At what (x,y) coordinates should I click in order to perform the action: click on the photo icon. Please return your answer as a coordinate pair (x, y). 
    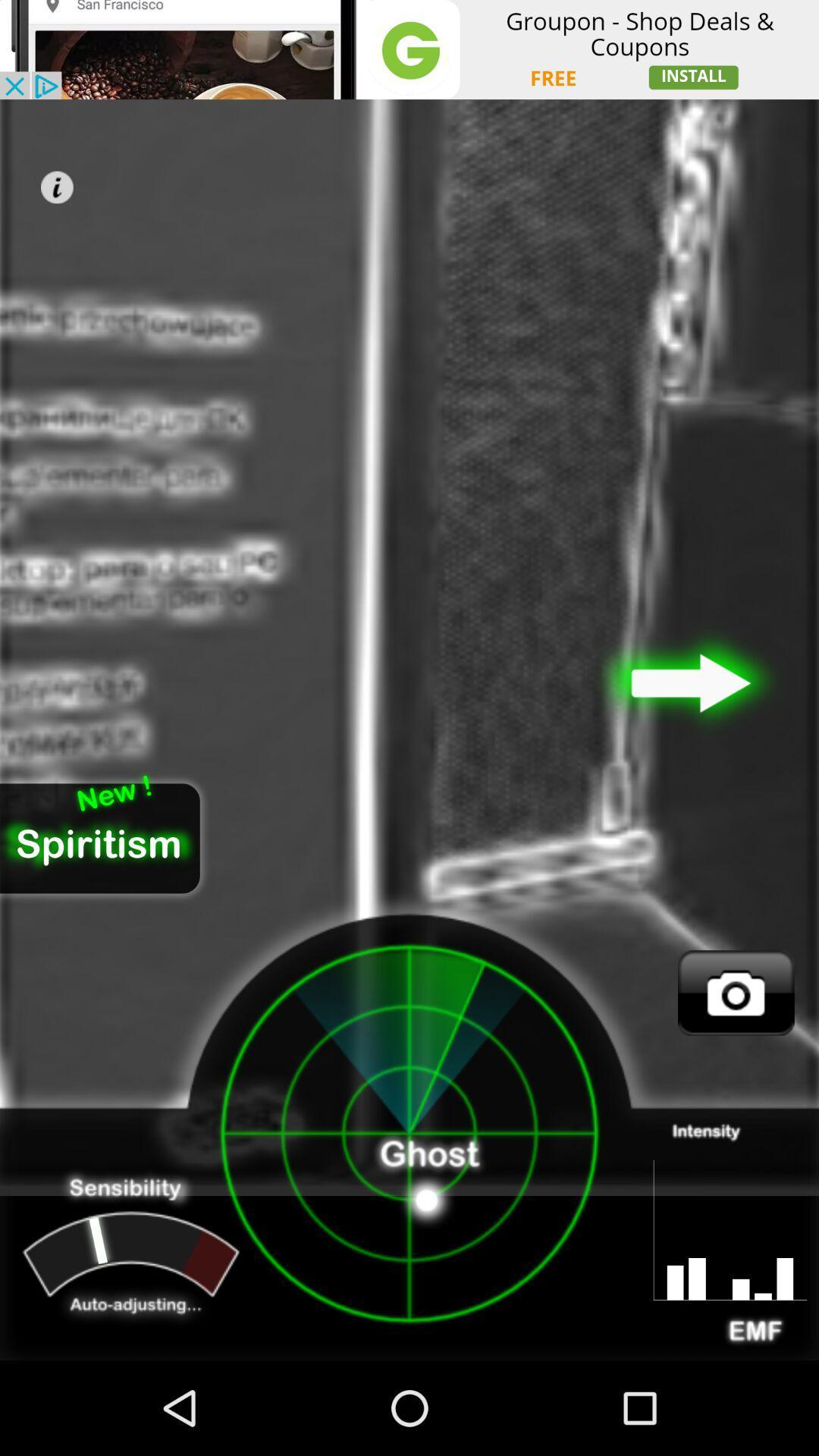
    Looking at the image, I should click on (735, 1062).